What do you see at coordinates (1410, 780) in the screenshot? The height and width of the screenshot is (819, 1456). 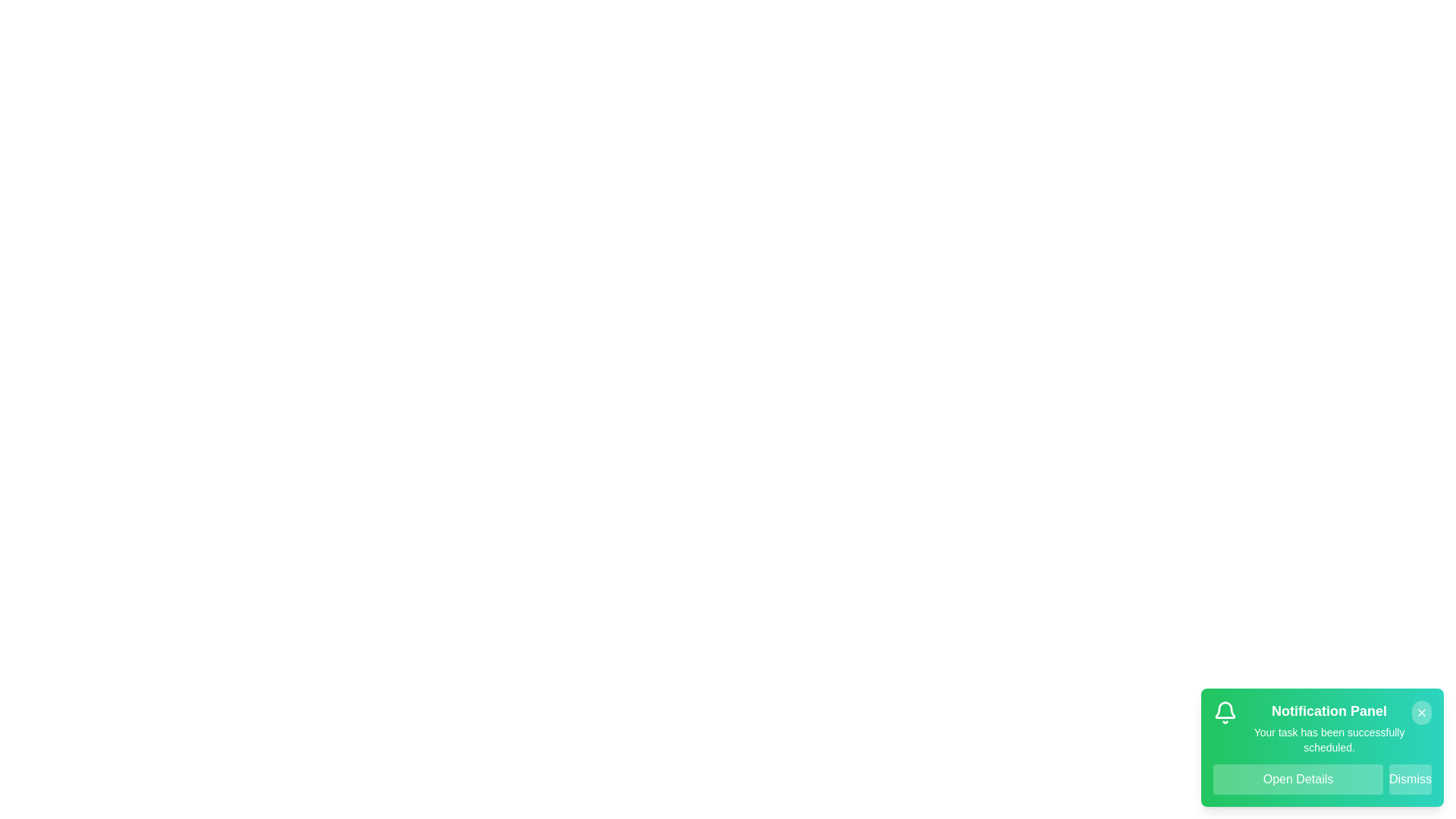 I see `the 'Dismiss' button to hide the notification` at bounding box center [1410, 780].